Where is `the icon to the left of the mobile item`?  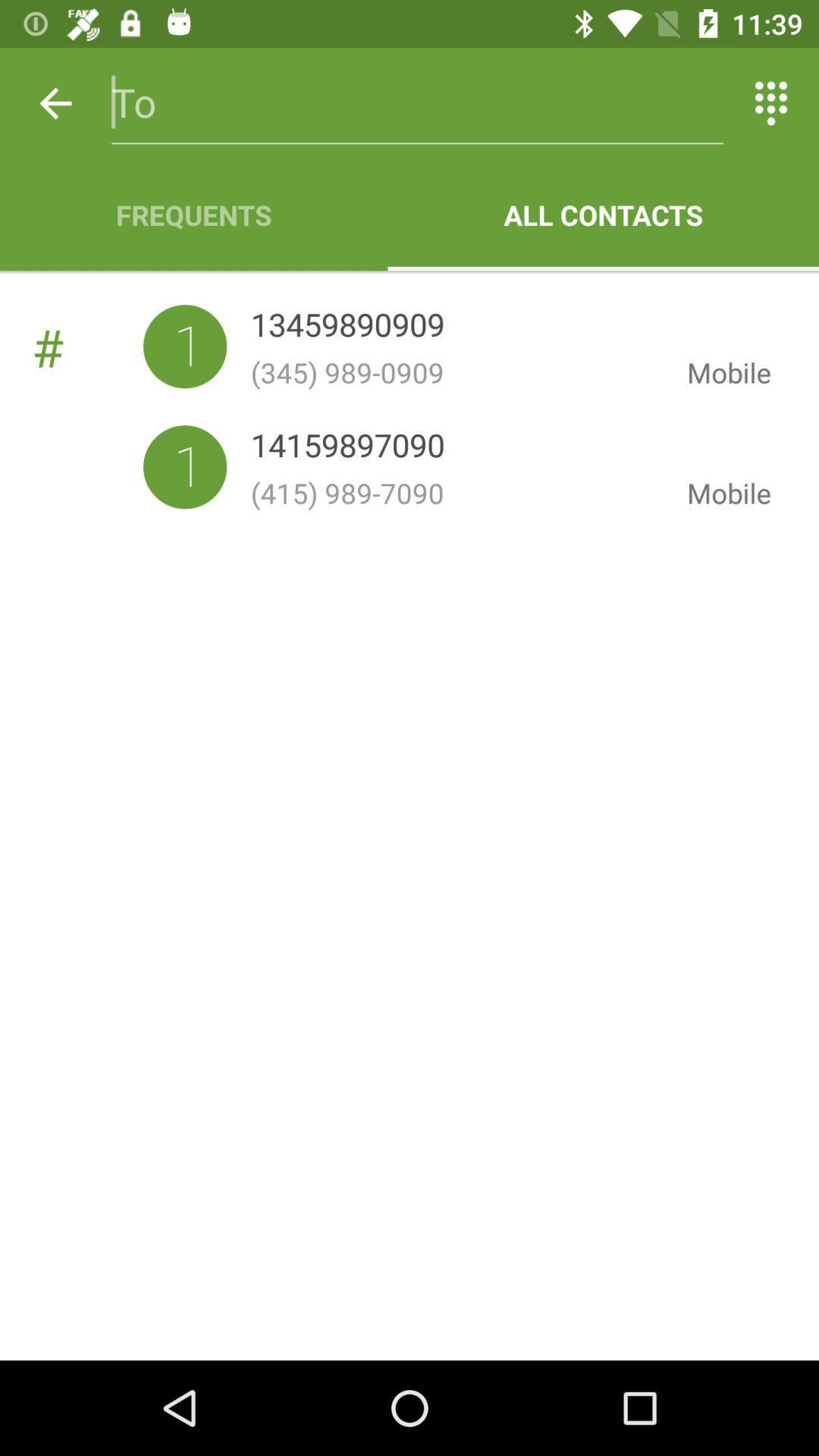
the icon to the left of the mobile item is located at coordinates (456, 493).